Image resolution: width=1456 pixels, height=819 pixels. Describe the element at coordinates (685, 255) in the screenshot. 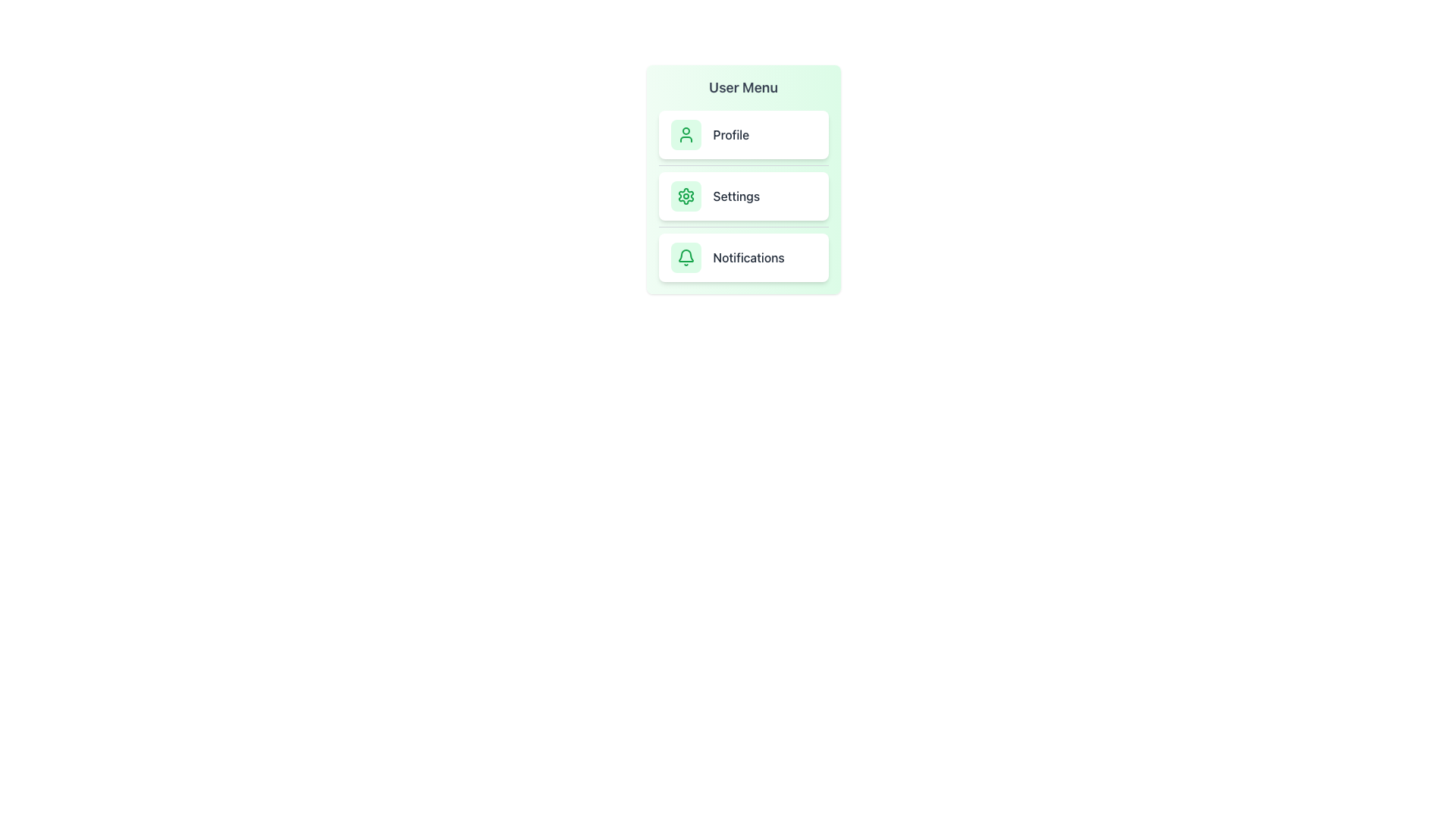

I see `the Decorative component within the bell icon in the Notifications section of the menu interface` at that location.